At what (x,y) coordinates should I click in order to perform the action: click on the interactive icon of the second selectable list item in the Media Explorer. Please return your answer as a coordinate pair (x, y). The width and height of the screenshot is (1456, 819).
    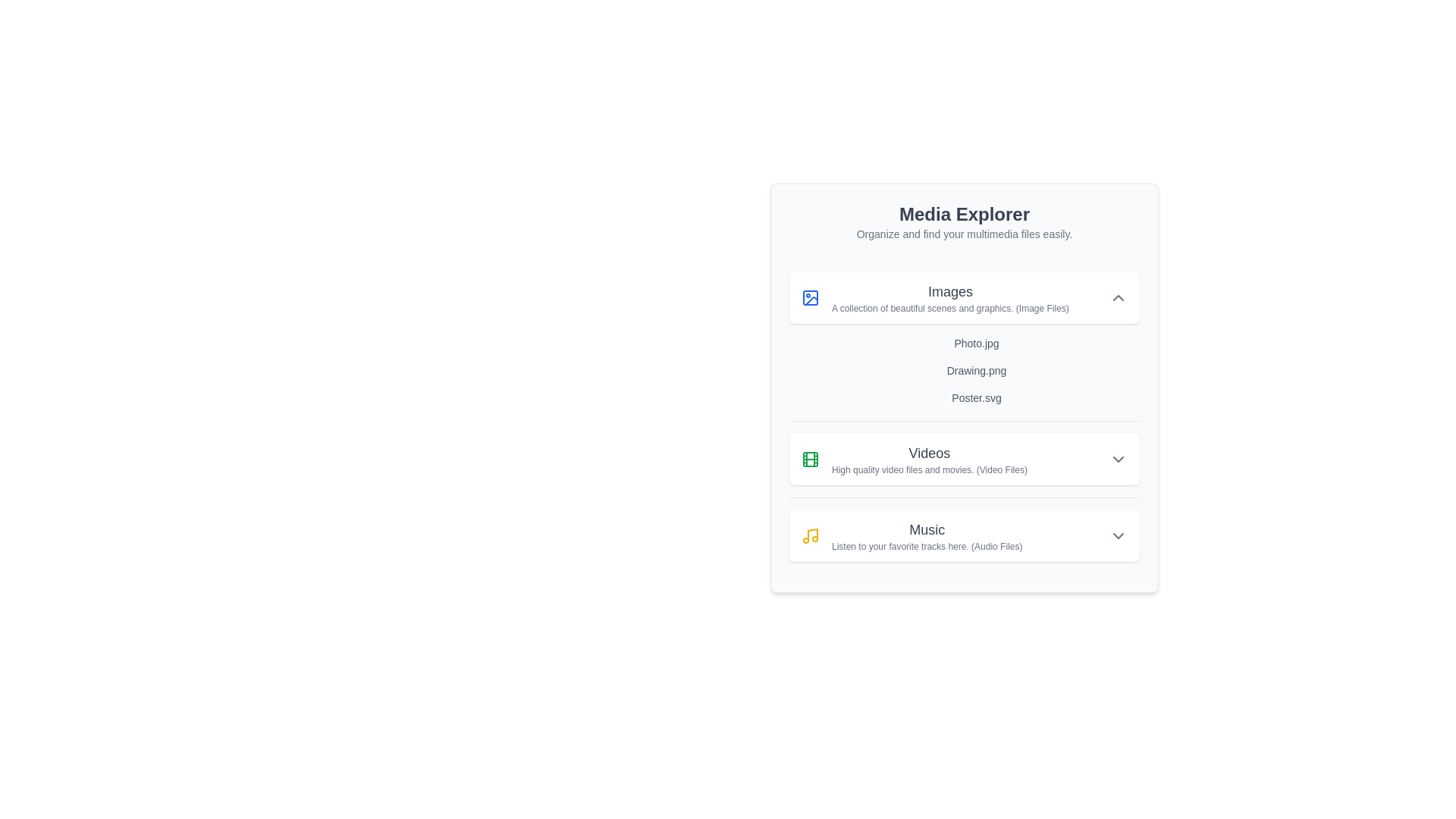
    Looking at the image, I should click on (964, 458).